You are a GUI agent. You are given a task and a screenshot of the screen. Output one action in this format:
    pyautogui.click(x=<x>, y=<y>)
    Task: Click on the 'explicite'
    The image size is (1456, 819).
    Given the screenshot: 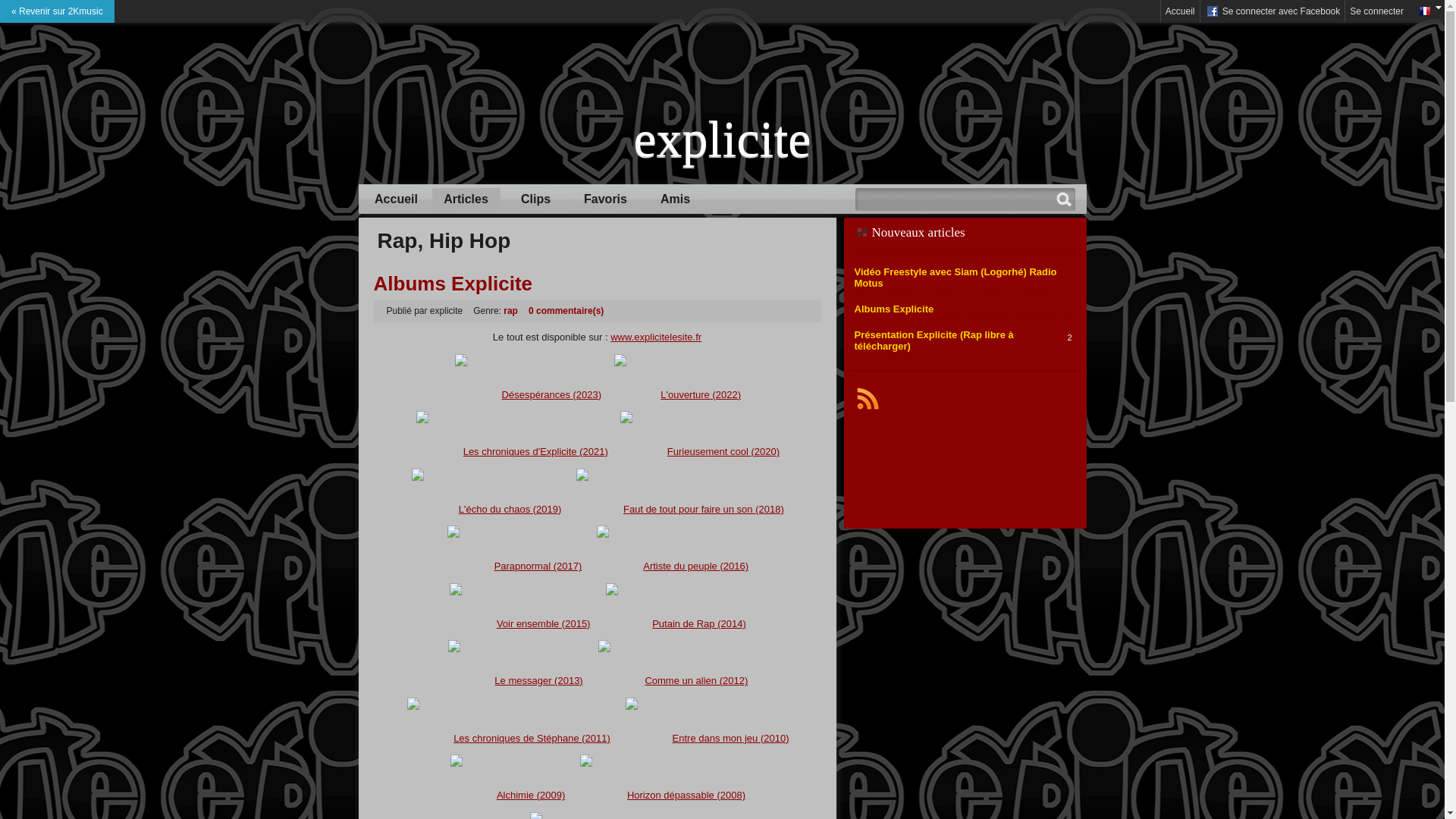 What is the action you would take?
    pyautogui.click(x=722, y=139)
    